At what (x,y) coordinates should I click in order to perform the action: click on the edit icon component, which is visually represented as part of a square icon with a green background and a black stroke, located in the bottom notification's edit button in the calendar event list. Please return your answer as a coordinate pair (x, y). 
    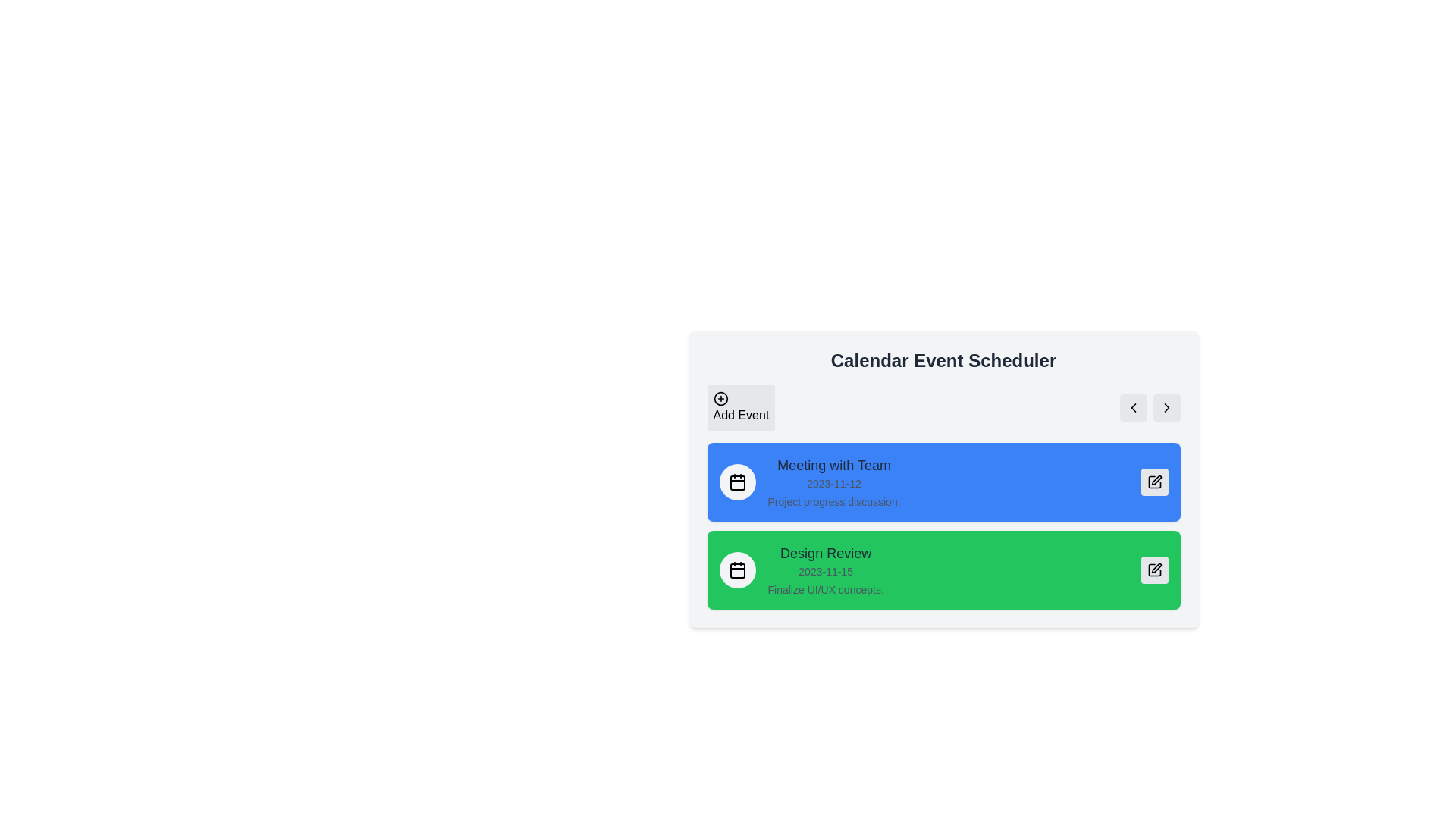
    Looking at the image, I should click on (1153, 570).